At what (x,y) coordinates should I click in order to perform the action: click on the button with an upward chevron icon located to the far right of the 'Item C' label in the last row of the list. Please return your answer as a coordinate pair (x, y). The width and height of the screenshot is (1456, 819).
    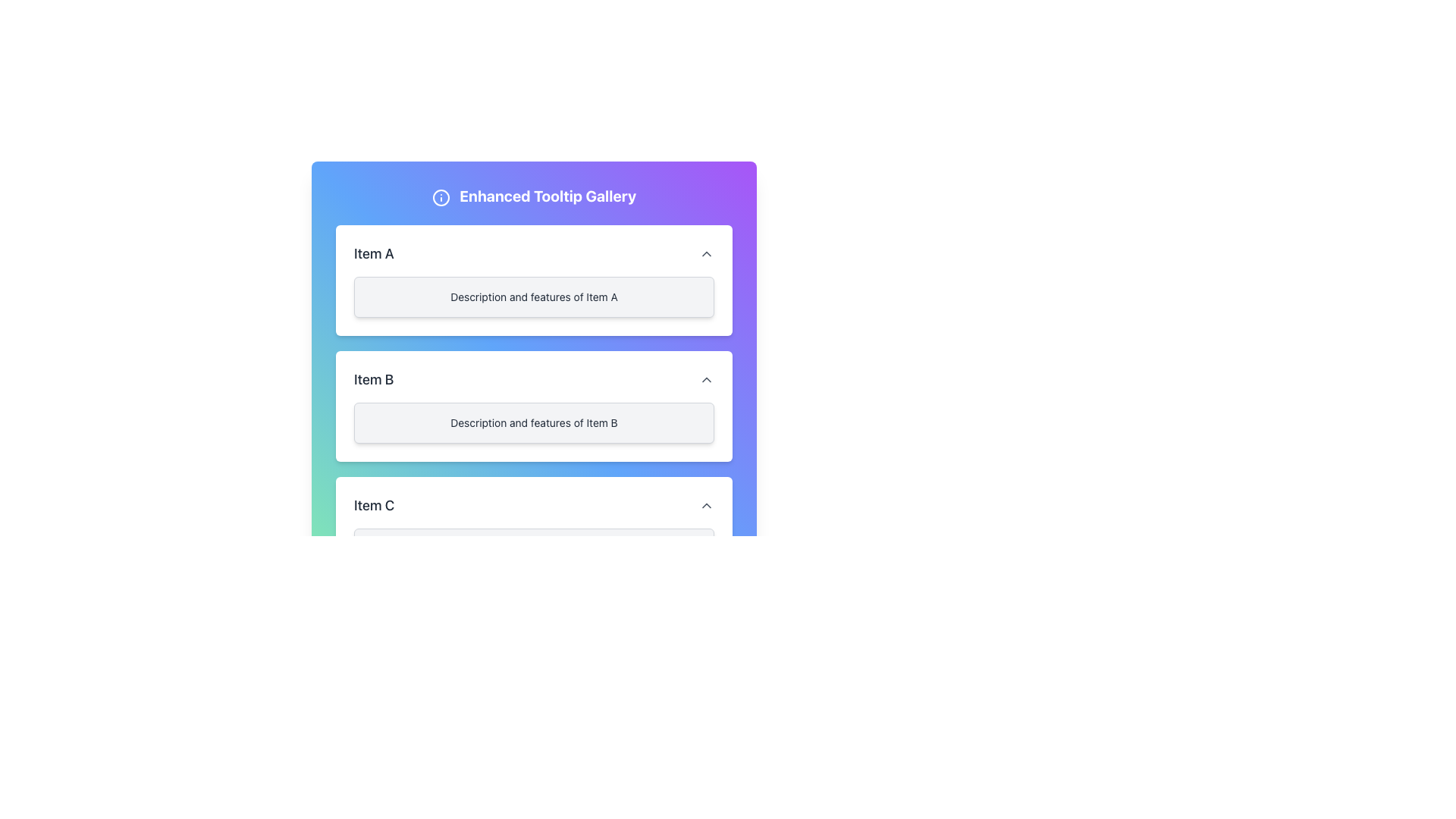
    Looking at the image, I should click on (705, 506).